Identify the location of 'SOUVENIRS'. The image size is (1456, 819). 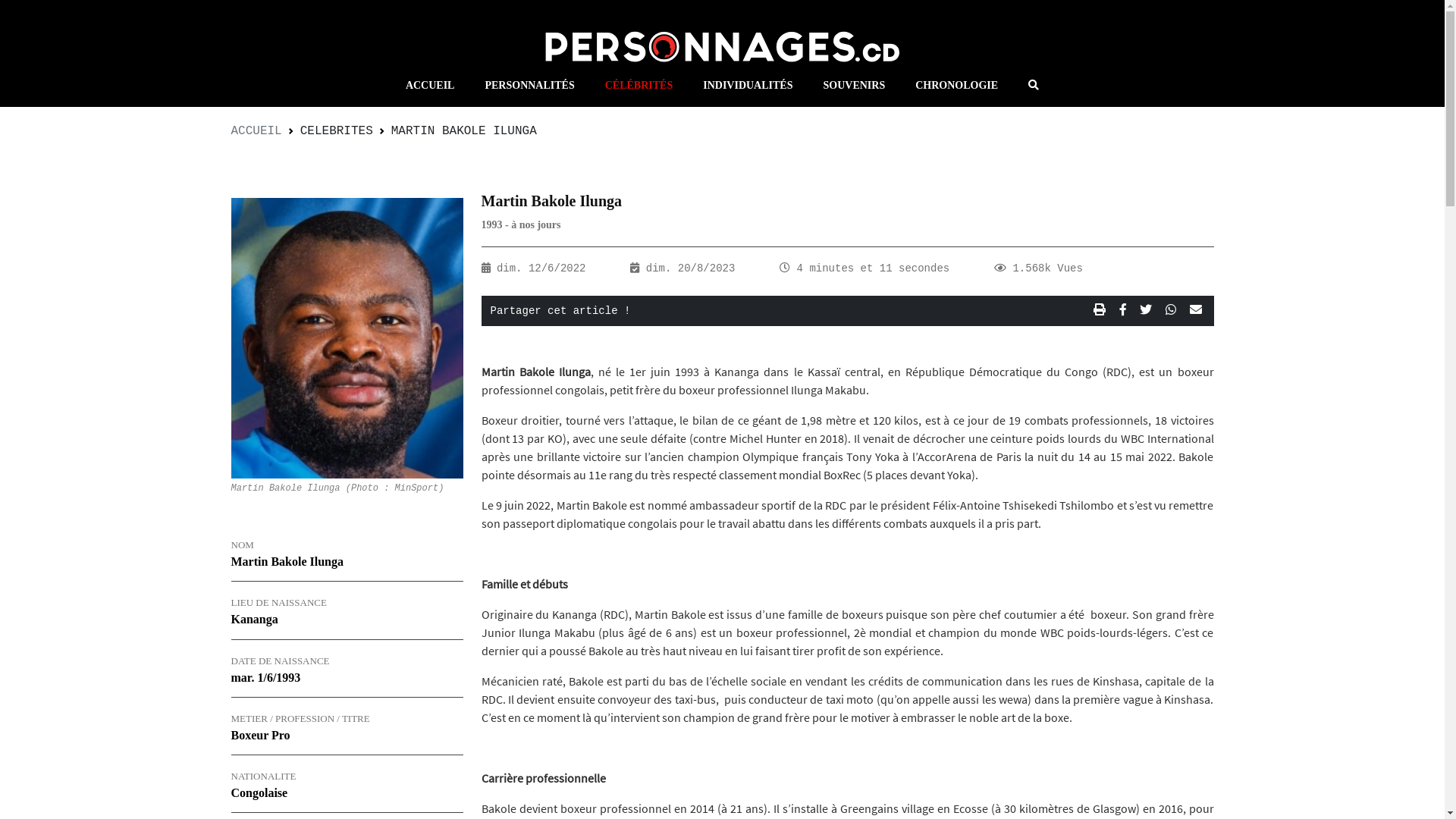
(854, 85).